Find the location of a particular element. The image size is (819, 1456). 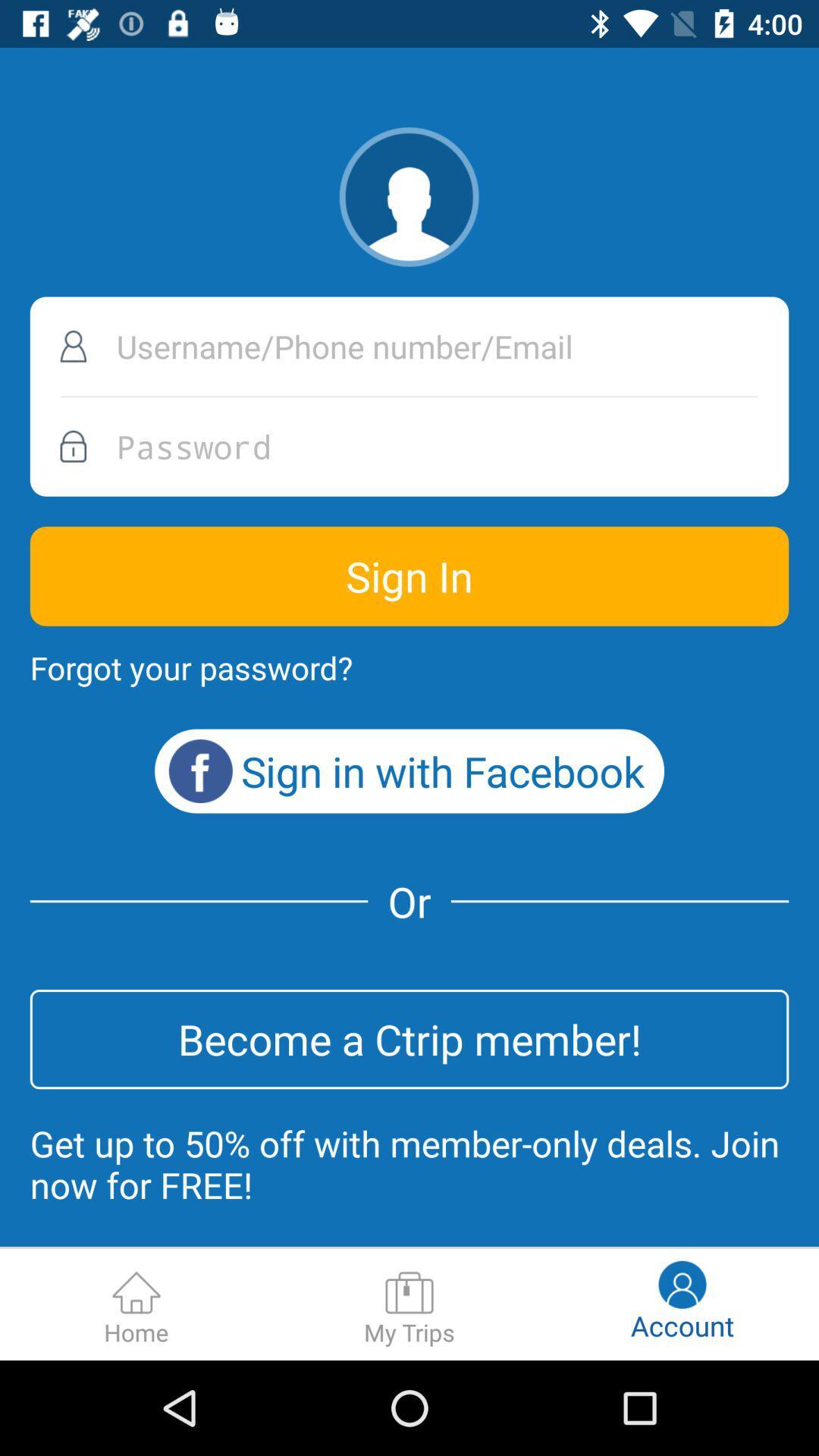

the icon below the sign in icon is located at coordinates (190, 667).